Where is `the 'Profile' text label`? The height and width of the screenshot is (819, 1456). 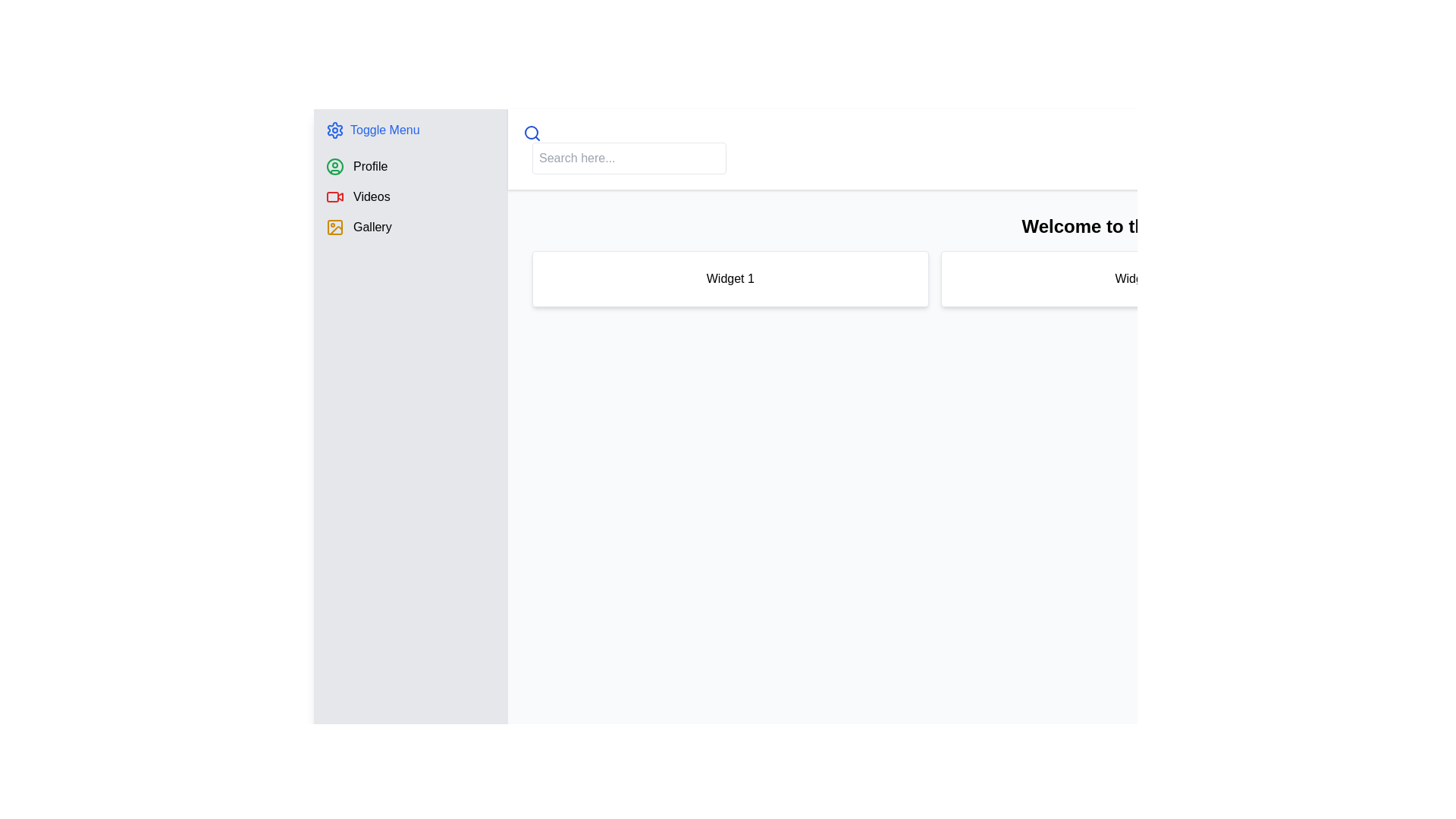
the 'Profile' text label is located at coordinates (370, 166).